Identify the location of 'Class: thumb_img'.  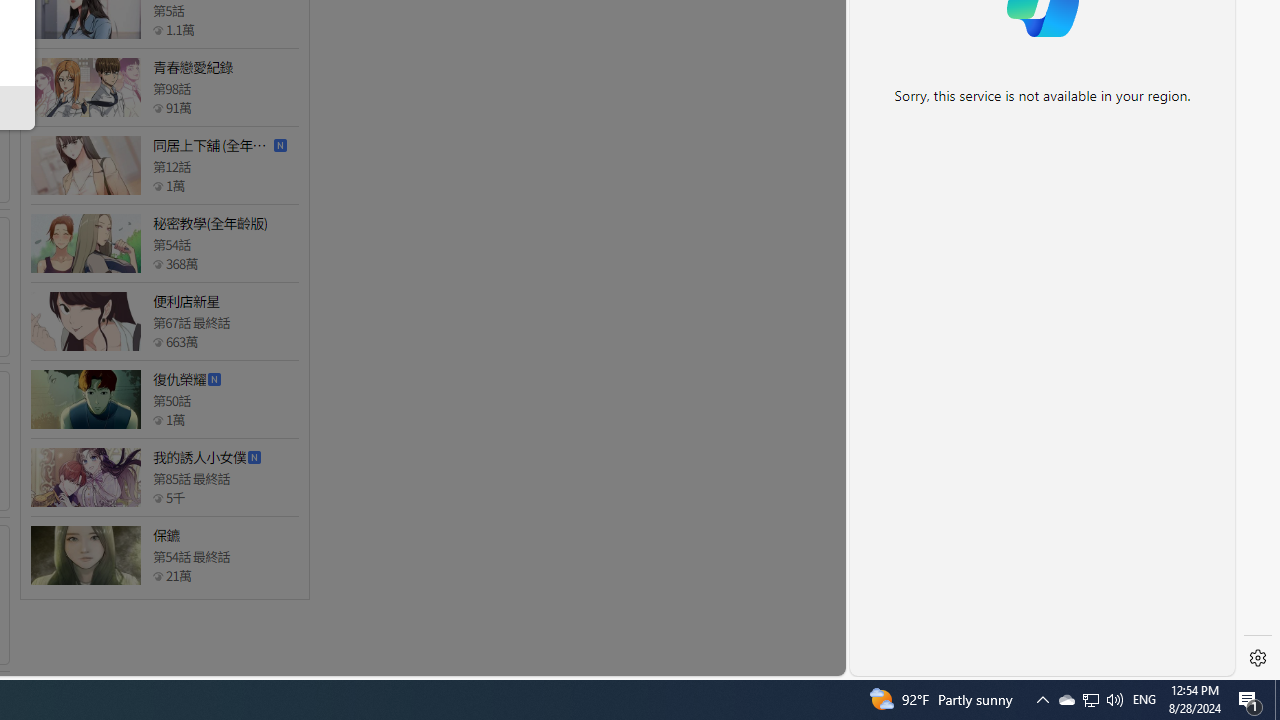
(84, 555).